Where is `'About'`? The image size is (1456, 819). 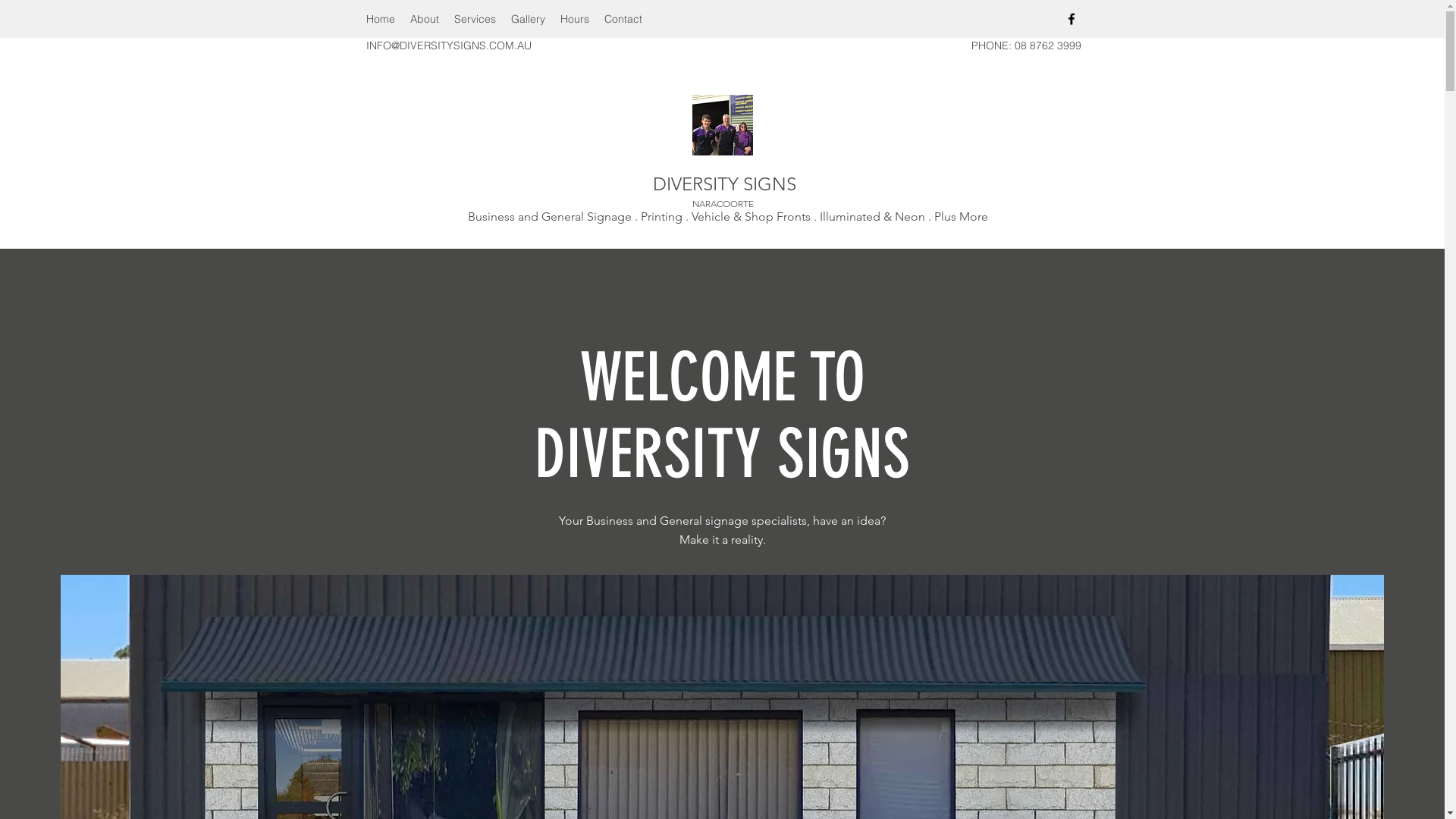
'About' is located at coordinates (423, 18).